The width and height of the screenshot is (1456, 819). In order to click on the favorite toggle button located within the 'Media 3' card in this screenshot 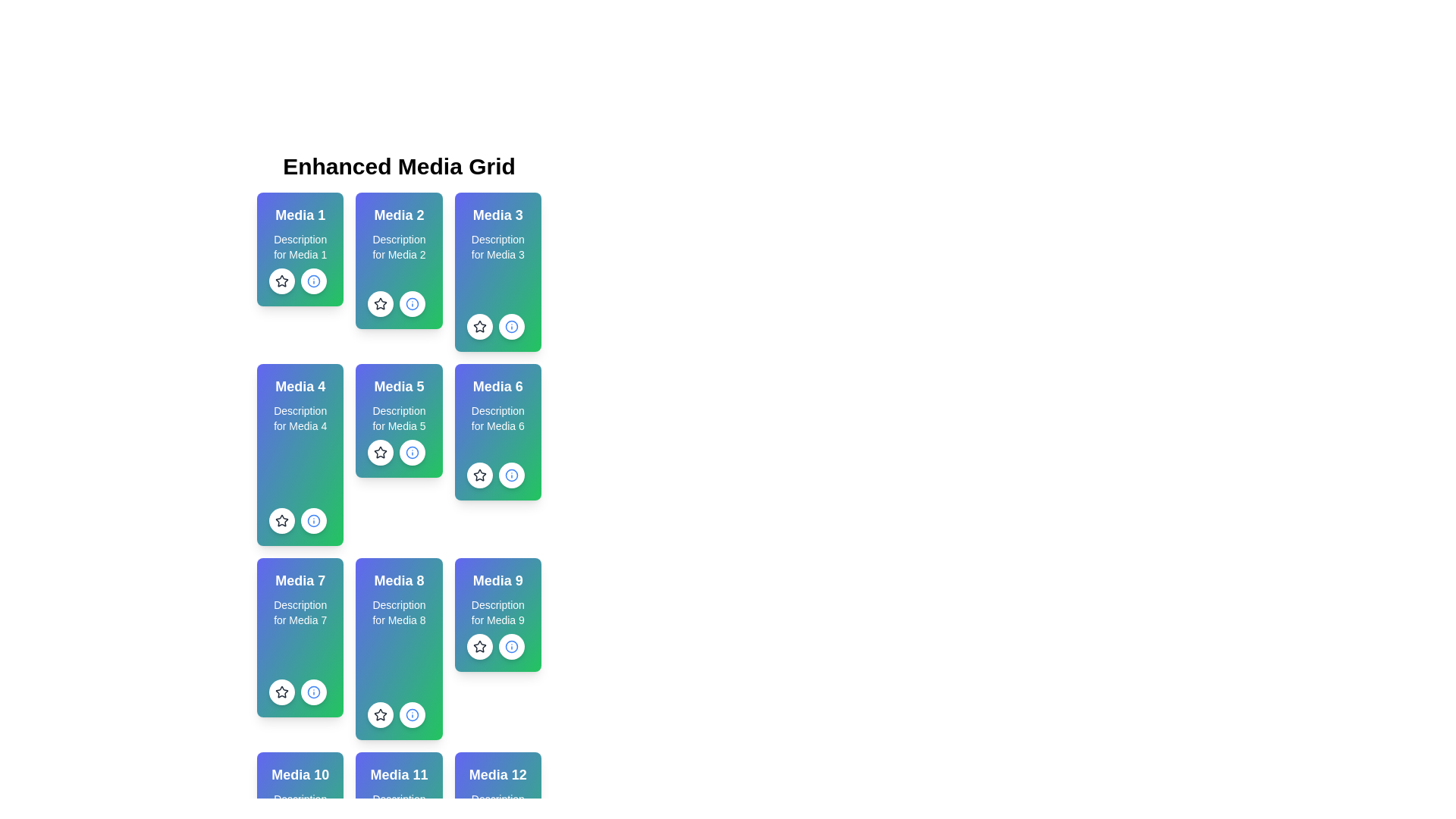, I will do `click(479, 326)`.